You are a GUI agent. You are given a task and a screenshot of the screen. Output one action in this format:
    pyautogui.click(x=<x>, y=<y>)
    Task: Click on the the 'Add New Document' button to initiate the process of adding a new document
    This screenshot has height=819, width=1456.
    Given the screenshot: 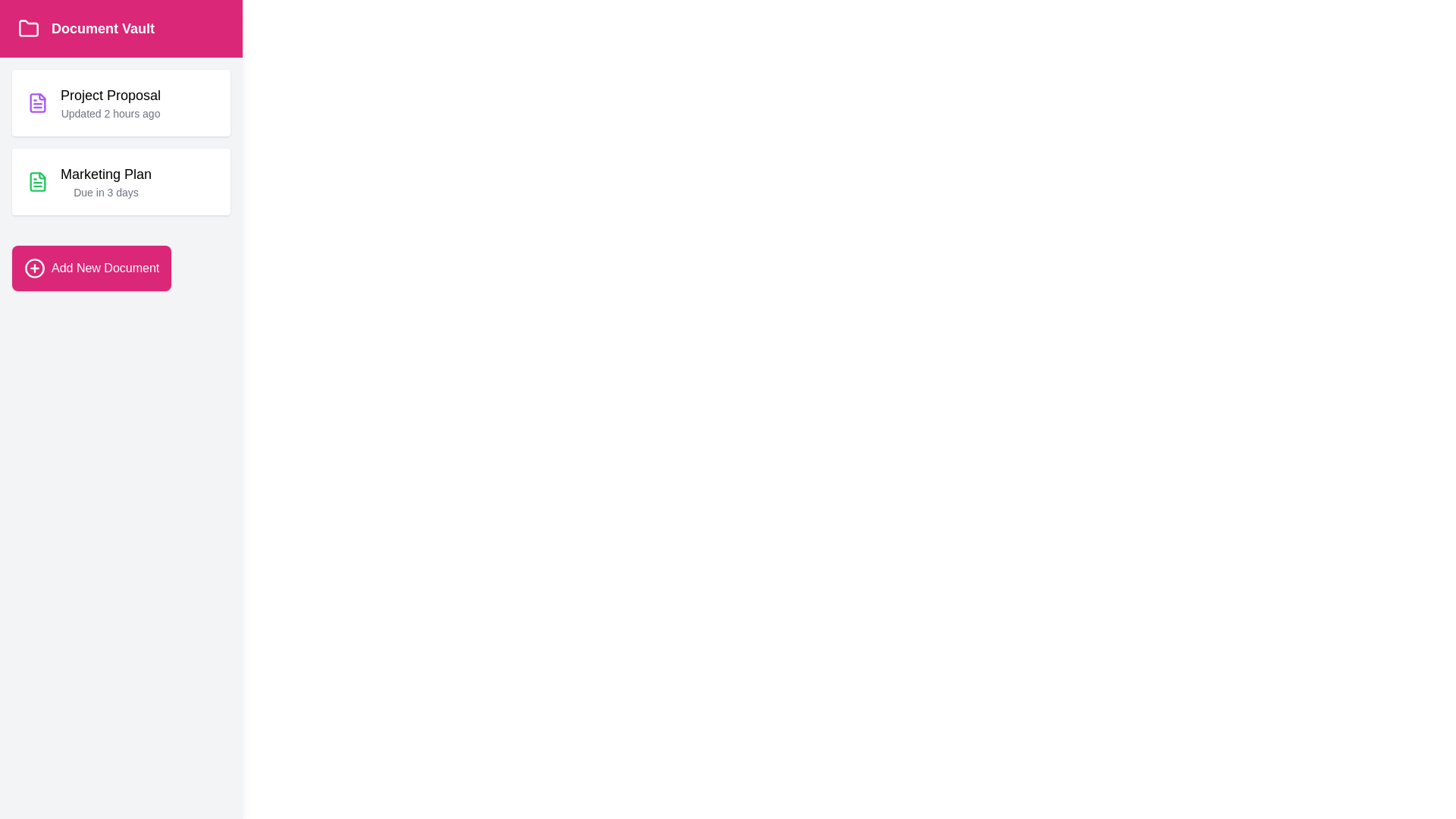 What is the action you would take?
    pyautogui.click(x=90, y=268)
    